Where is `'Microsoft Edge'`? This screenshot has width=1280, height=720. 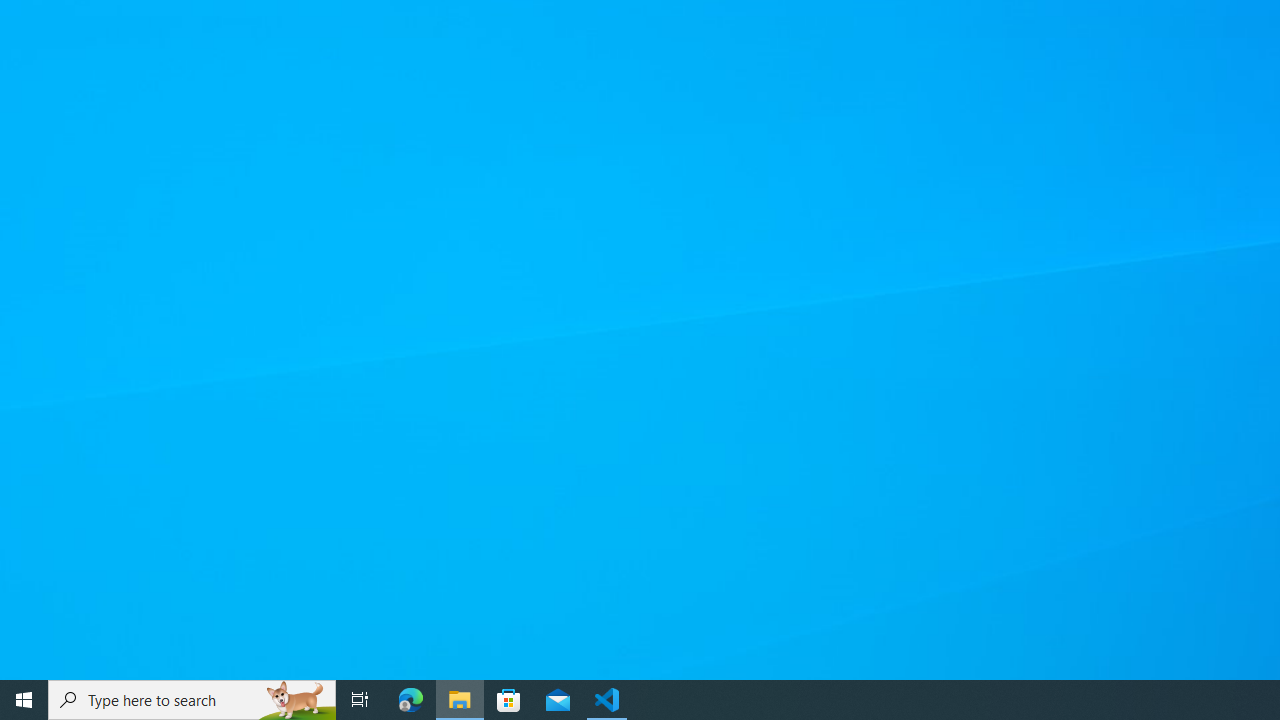
'Microsoft Edge' is located at coordinates (410, 698).